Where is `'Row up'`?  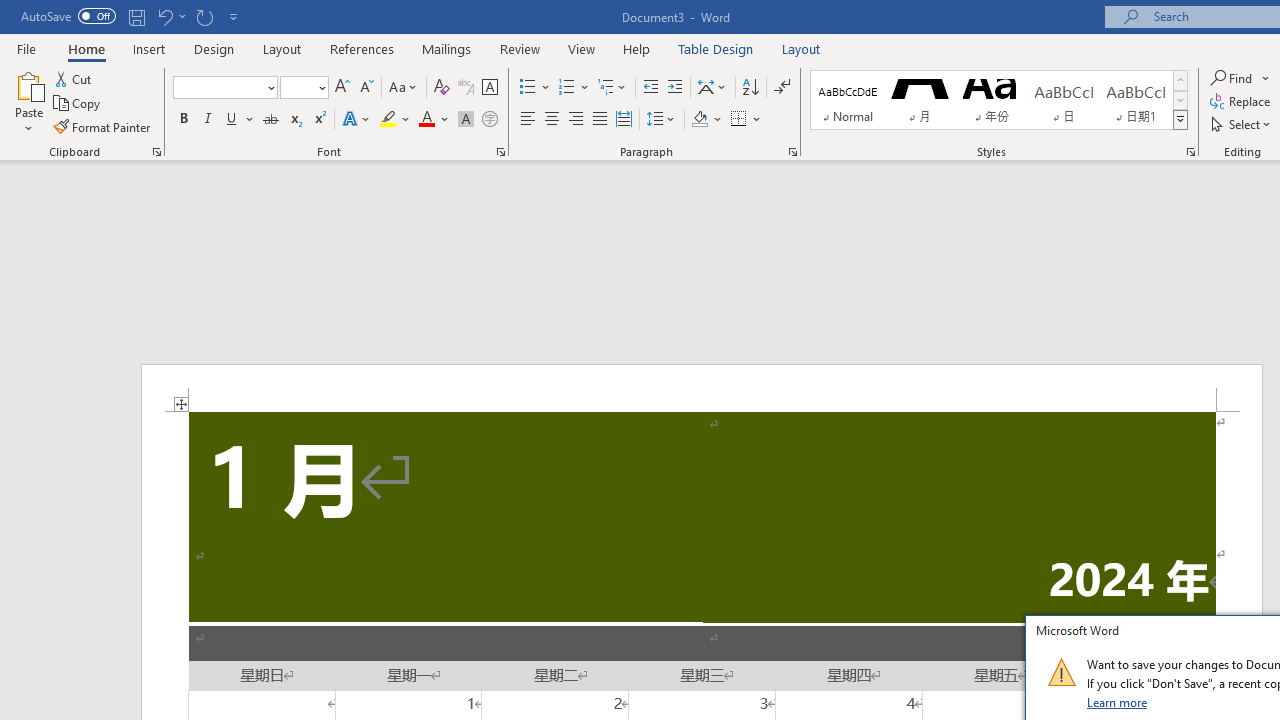 'Row up' is located at coordinates (1180, 79).